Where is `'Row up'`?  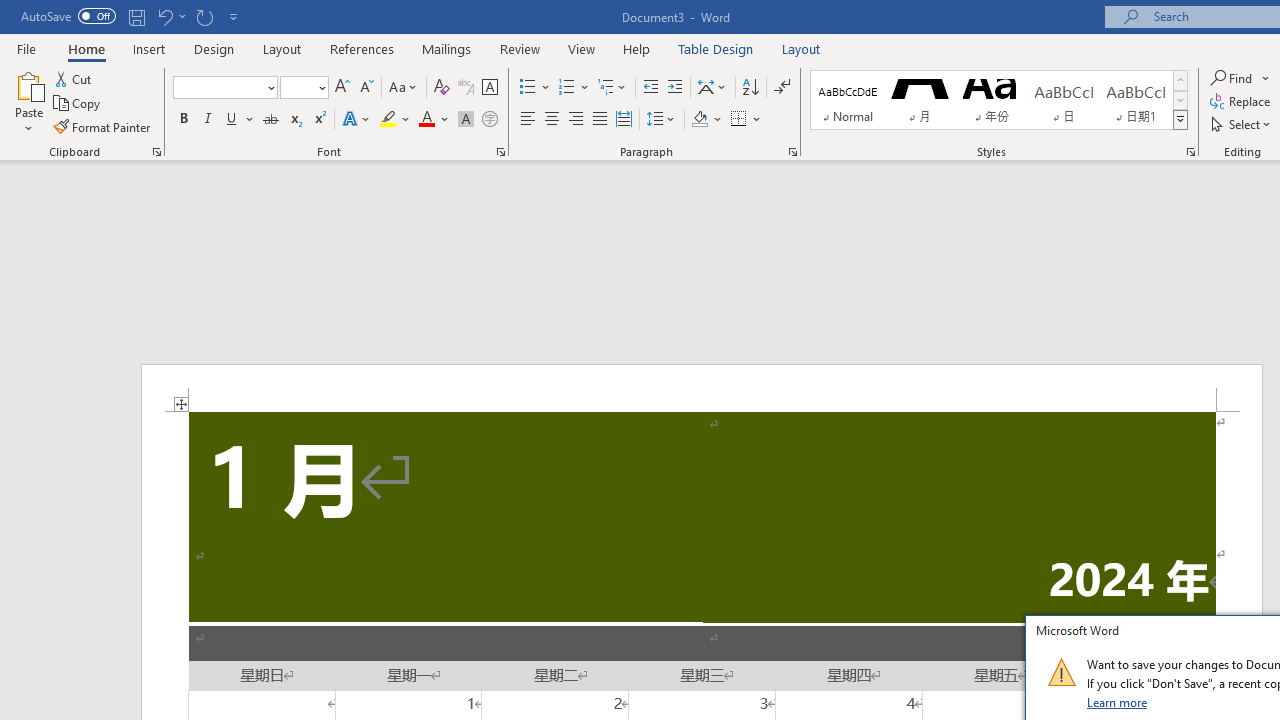 'Row up' is located at coordinates (1180, 79).